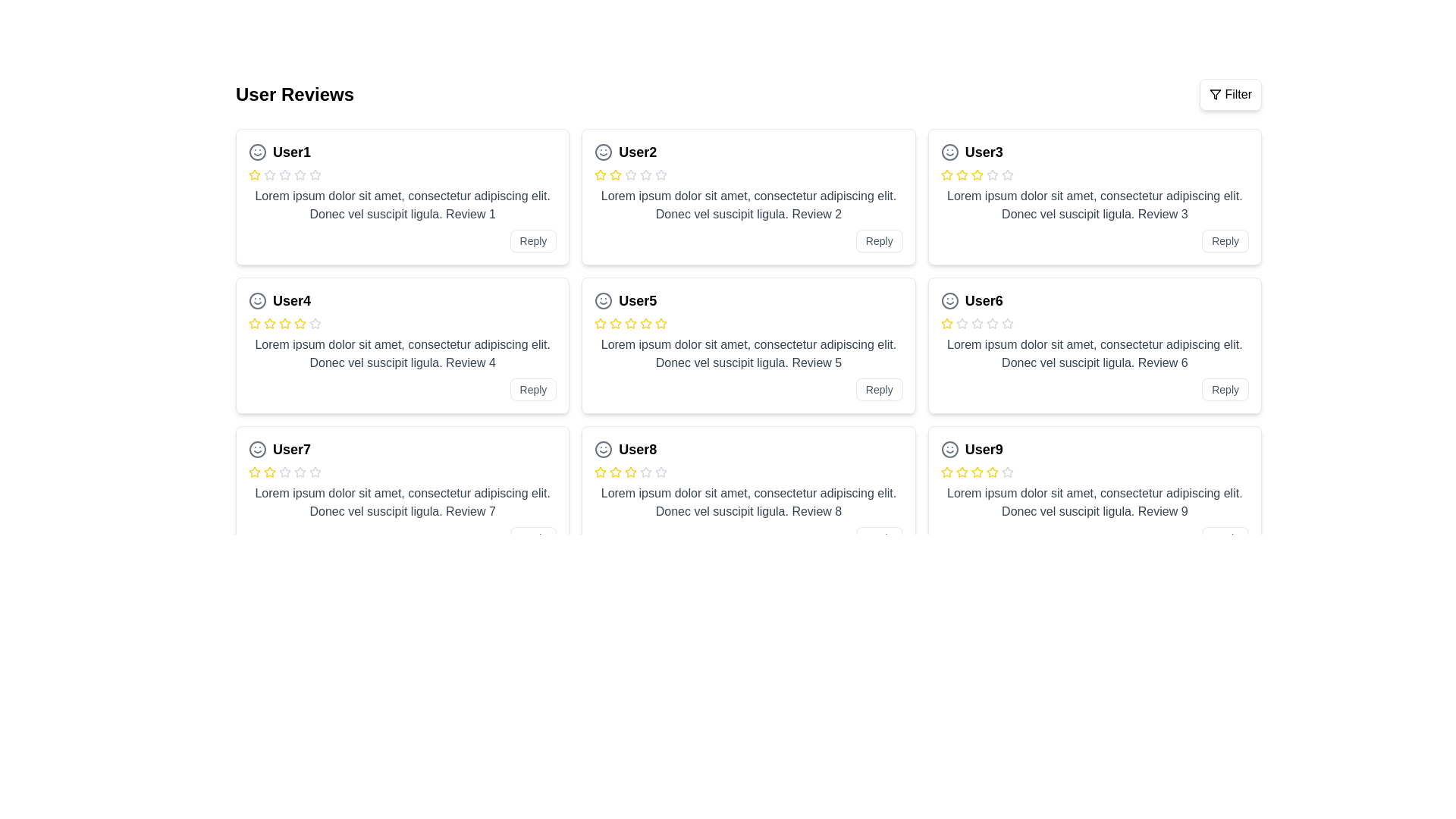  Describe the element at coordinates (258, 449) in the screenshot. I see `the SVG circle element that serves as the background for the face illustration in the avatar icon for 'User7'` at that location.